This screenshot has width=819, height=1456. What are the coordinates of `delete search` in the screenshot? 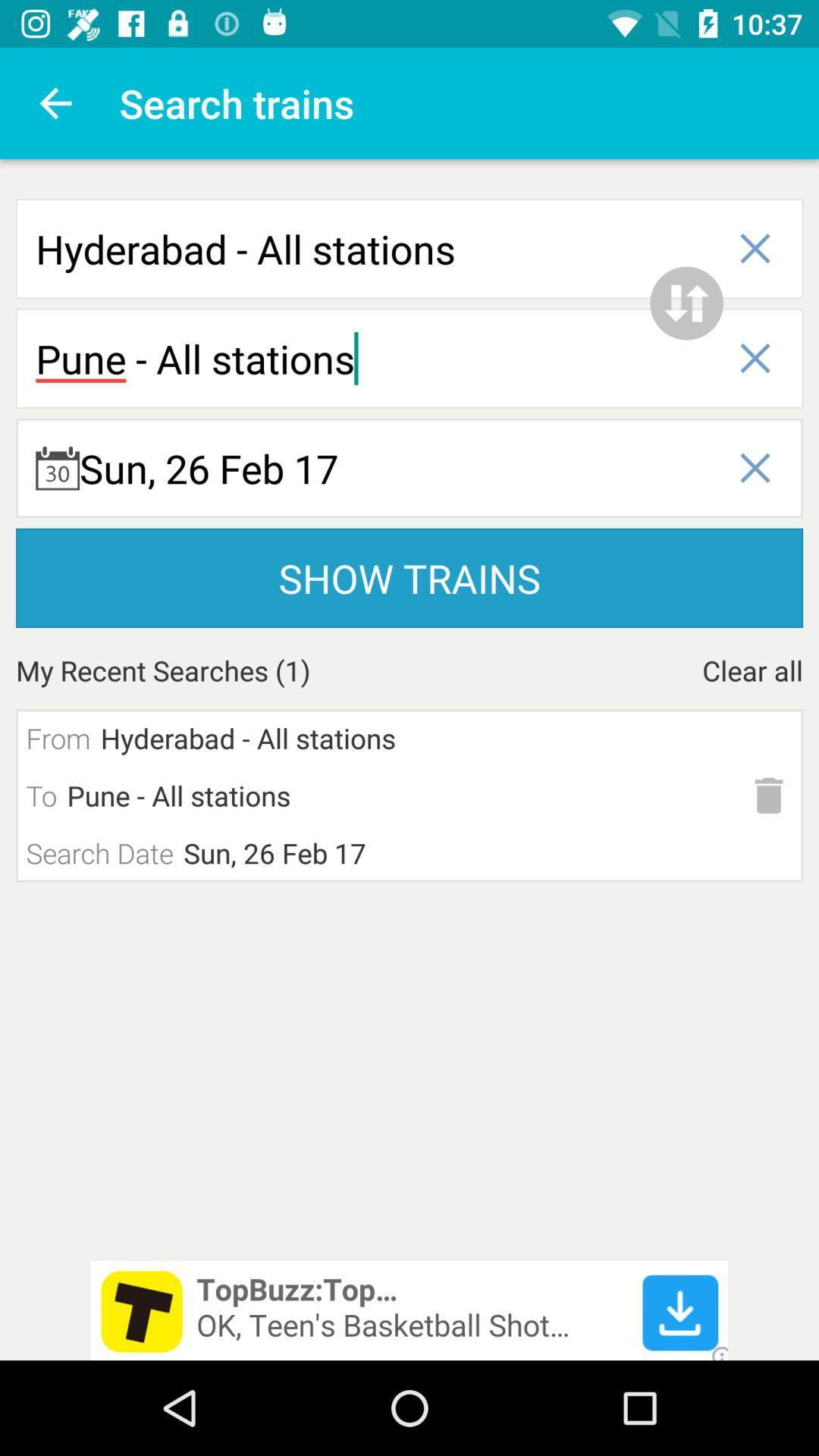 It's located at (769, 795).